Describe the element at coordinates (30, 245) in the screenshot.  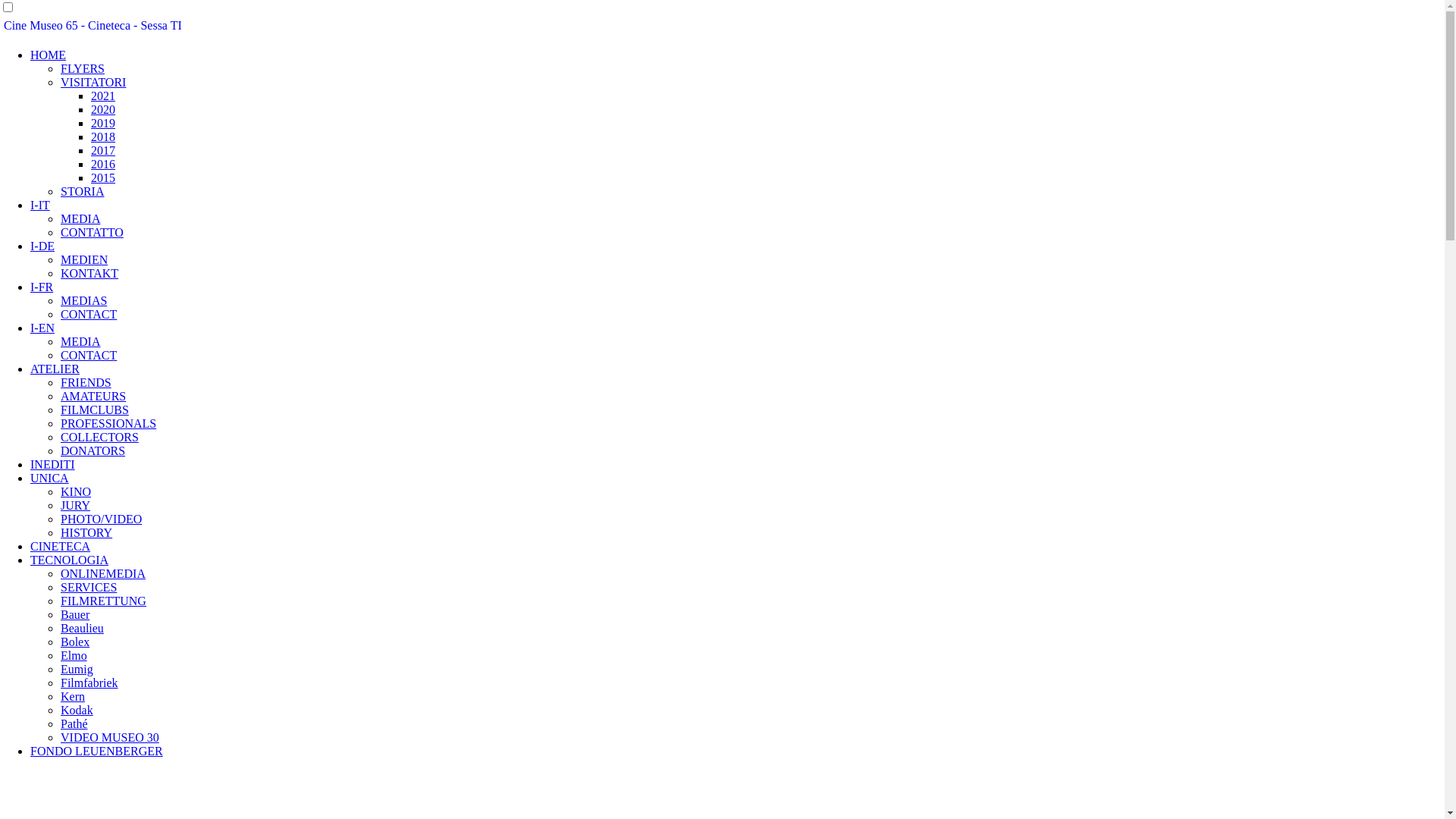
I see `'I-DE'` at that location.